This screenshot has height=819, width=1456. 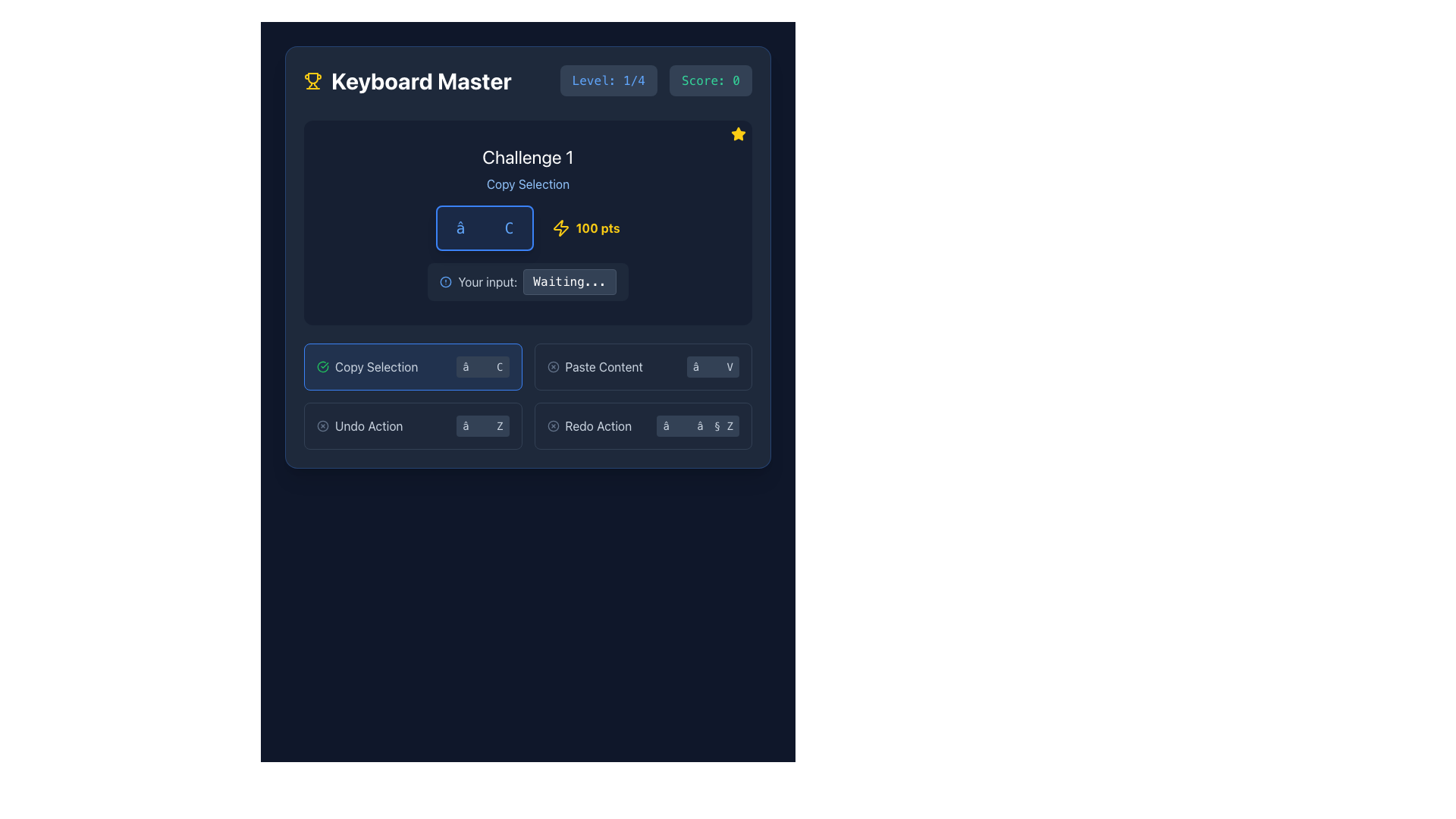 What do you see at coordinates (588, 426) in the screenshot?
I see `the redo button located in the bottom-right section of the interface` at bounding box center [588, 426].